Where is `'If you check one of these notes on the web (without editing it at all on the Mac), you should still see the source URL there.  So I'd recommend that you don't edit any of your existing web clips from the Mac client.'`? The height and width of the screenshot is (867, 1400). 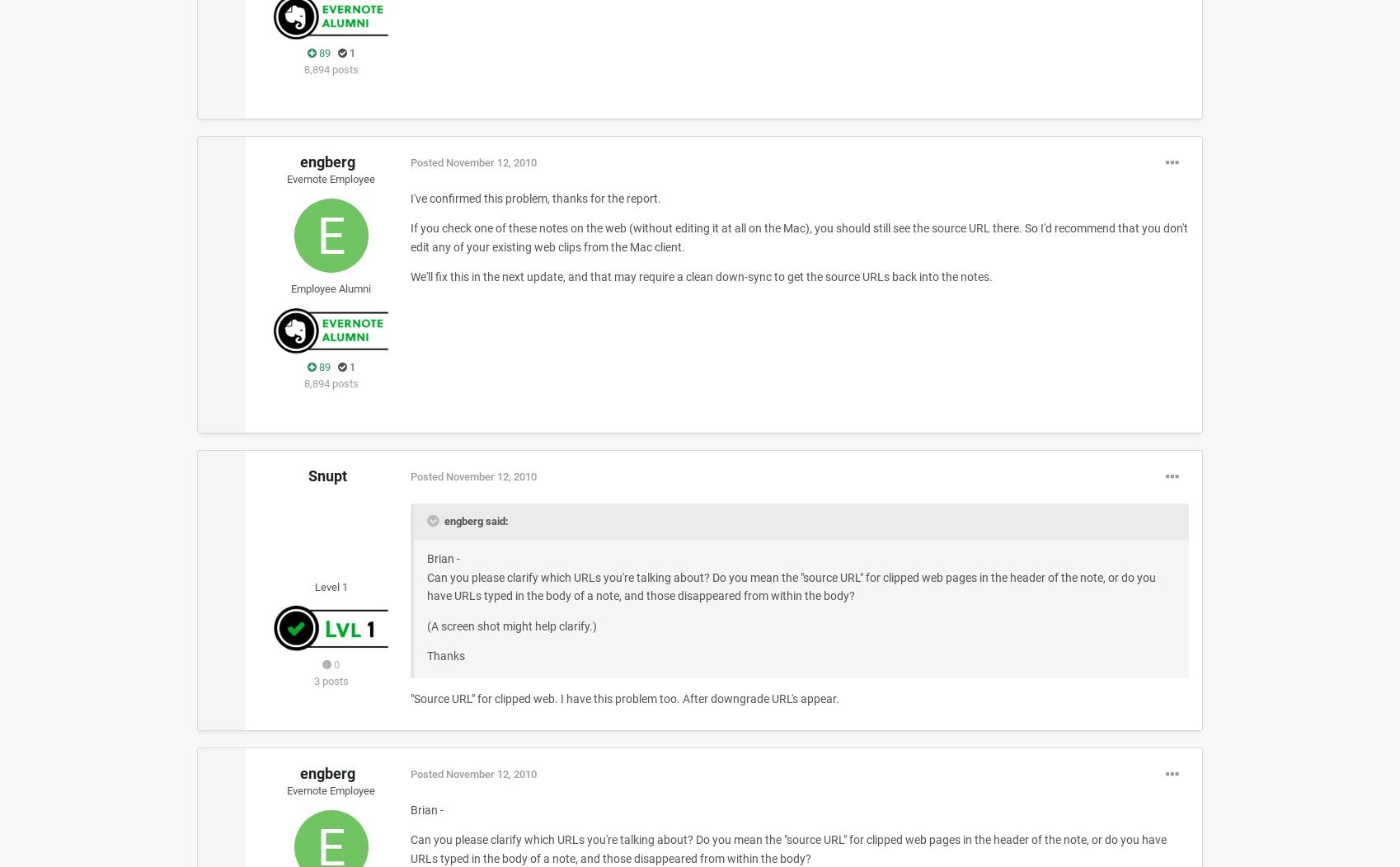 'If you check one of these notes on the web (without editing it at all on the Mac), you should still see the source URL there.  So I'd recommend that you don't edit any of your existing web clips from the Mac client.' is located at coordinates (797, 237).